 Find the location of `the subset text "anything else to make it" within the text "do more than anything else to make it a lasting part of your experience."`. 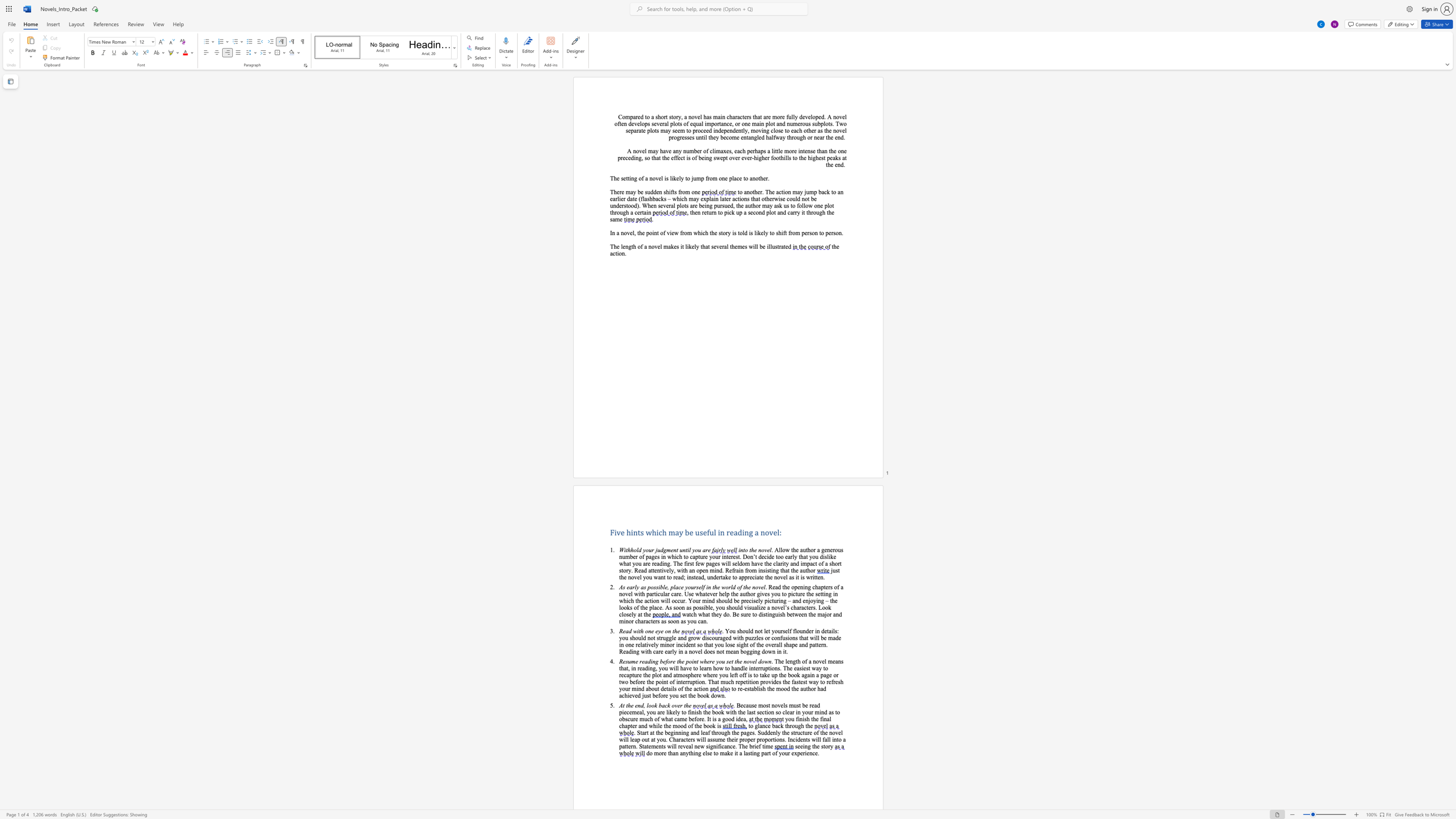

the subset text "anything else to make it" within the text "do more than anything else to make it a lasting part of your experience." is located at coordinates (680, 753).